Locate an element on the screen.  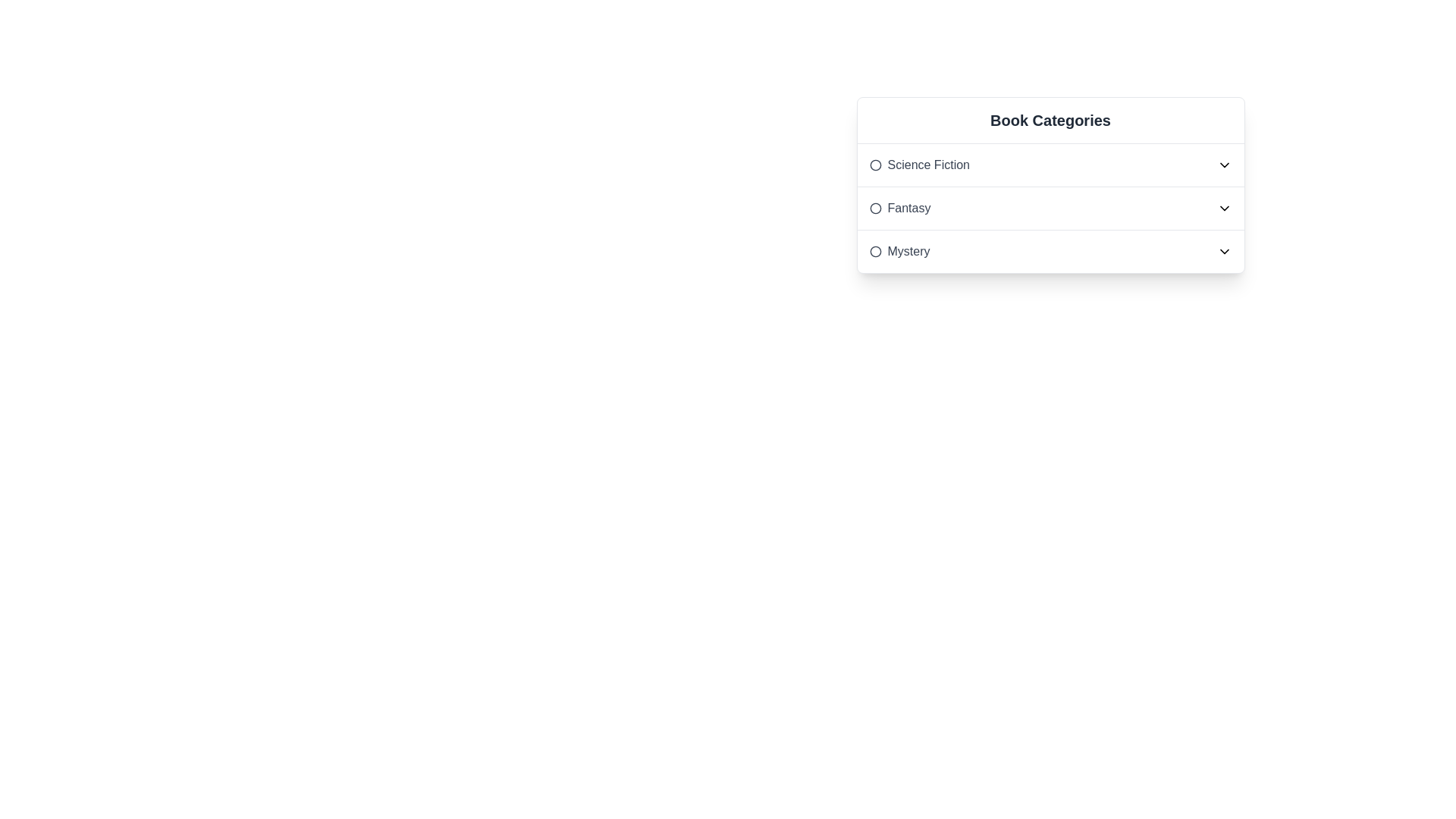
the 'Science Fiction' text label and accompanying icon is located at coordinates (918, 165).